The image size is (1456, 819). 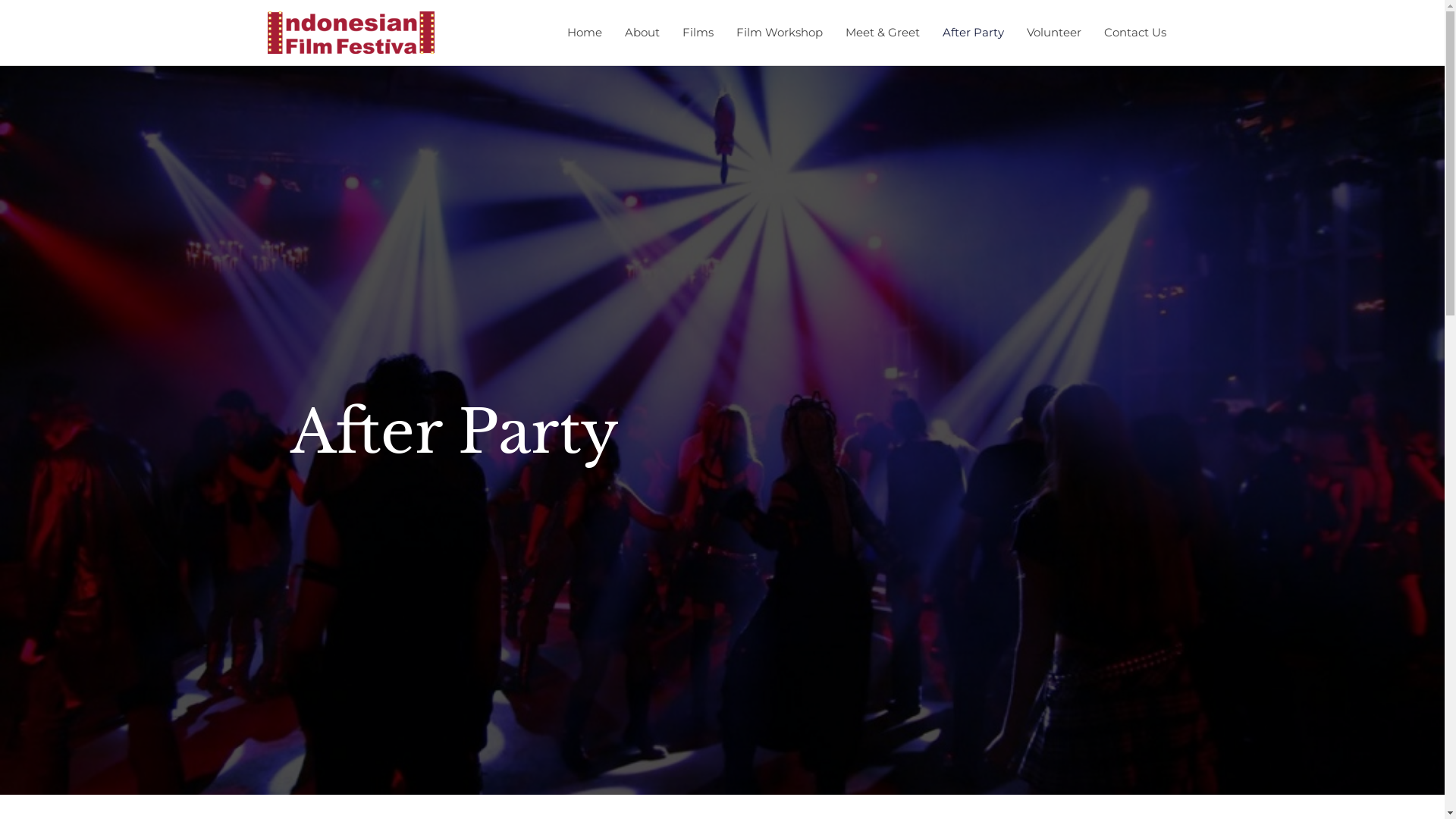 I want to click on 'Home', so click(x=582, y=32).